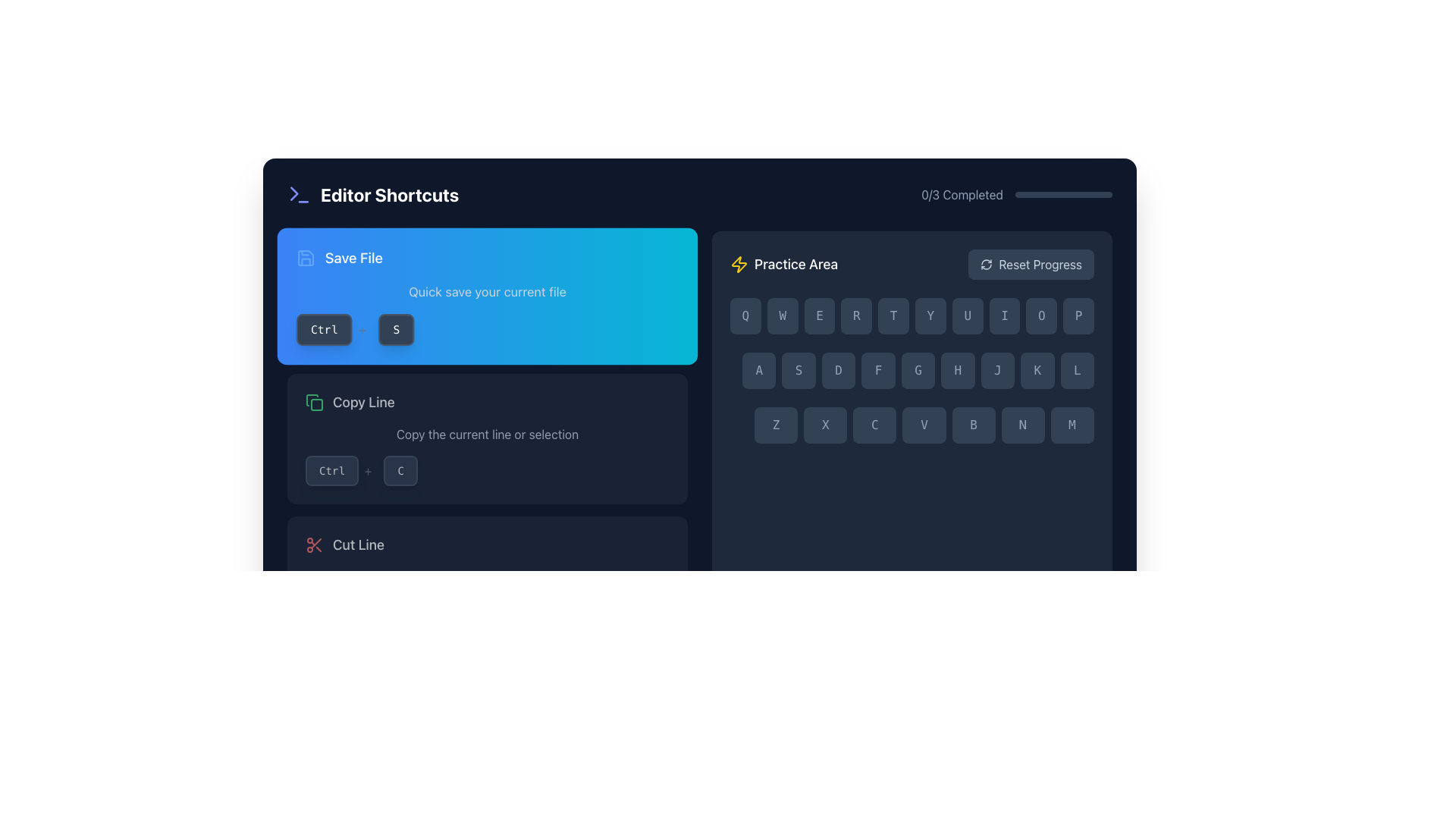  I want to click on the light blue outlined square save icon with a floppy disk symbol, so click(305, 257).